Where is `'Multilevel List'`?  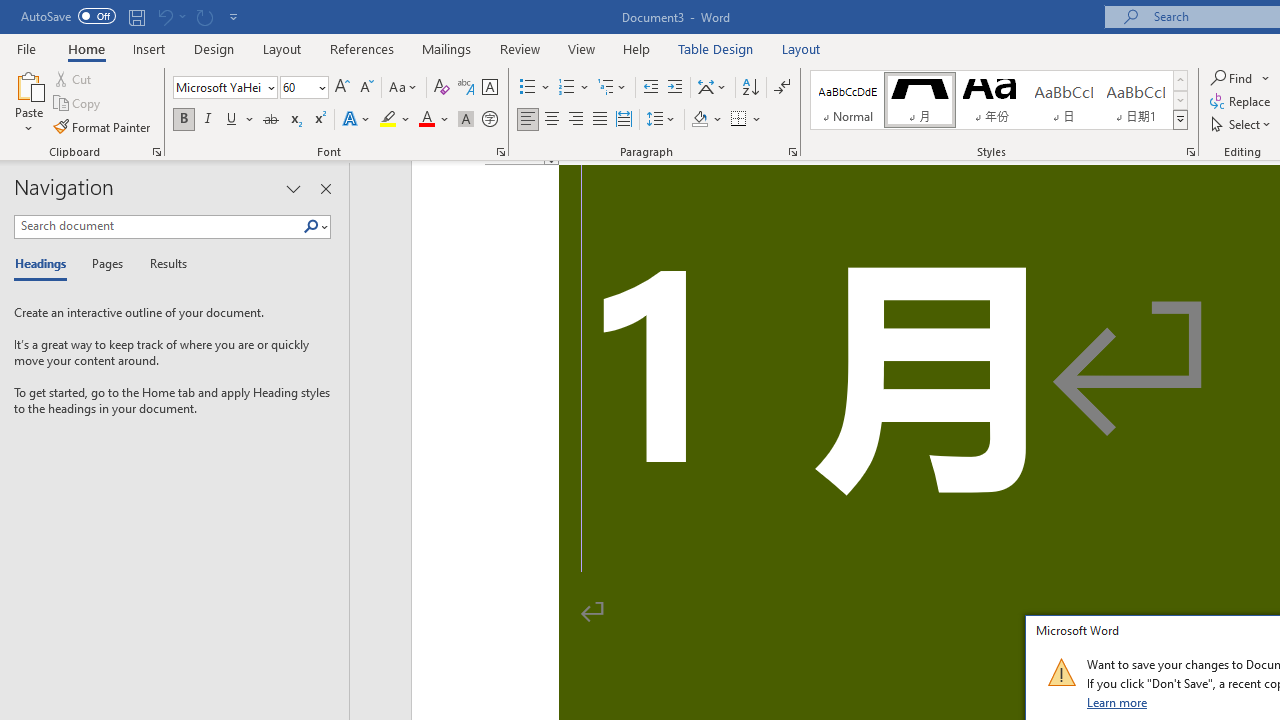
'Multilevel List' is located at coordinates (612, 86).